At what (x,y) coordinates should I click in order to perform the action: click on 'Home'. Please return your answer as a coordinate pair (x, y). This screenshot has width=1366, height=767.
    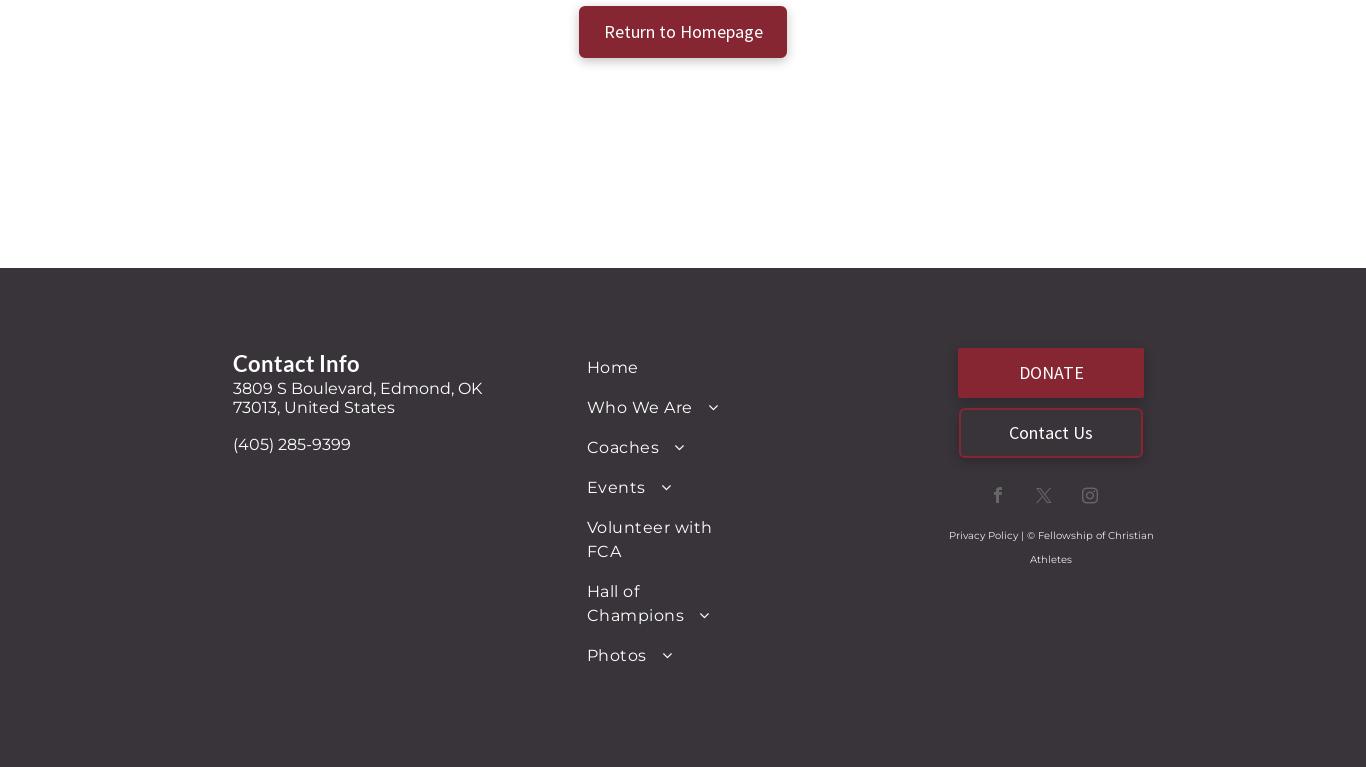
    Looking at the image, I should click on (611, 365).